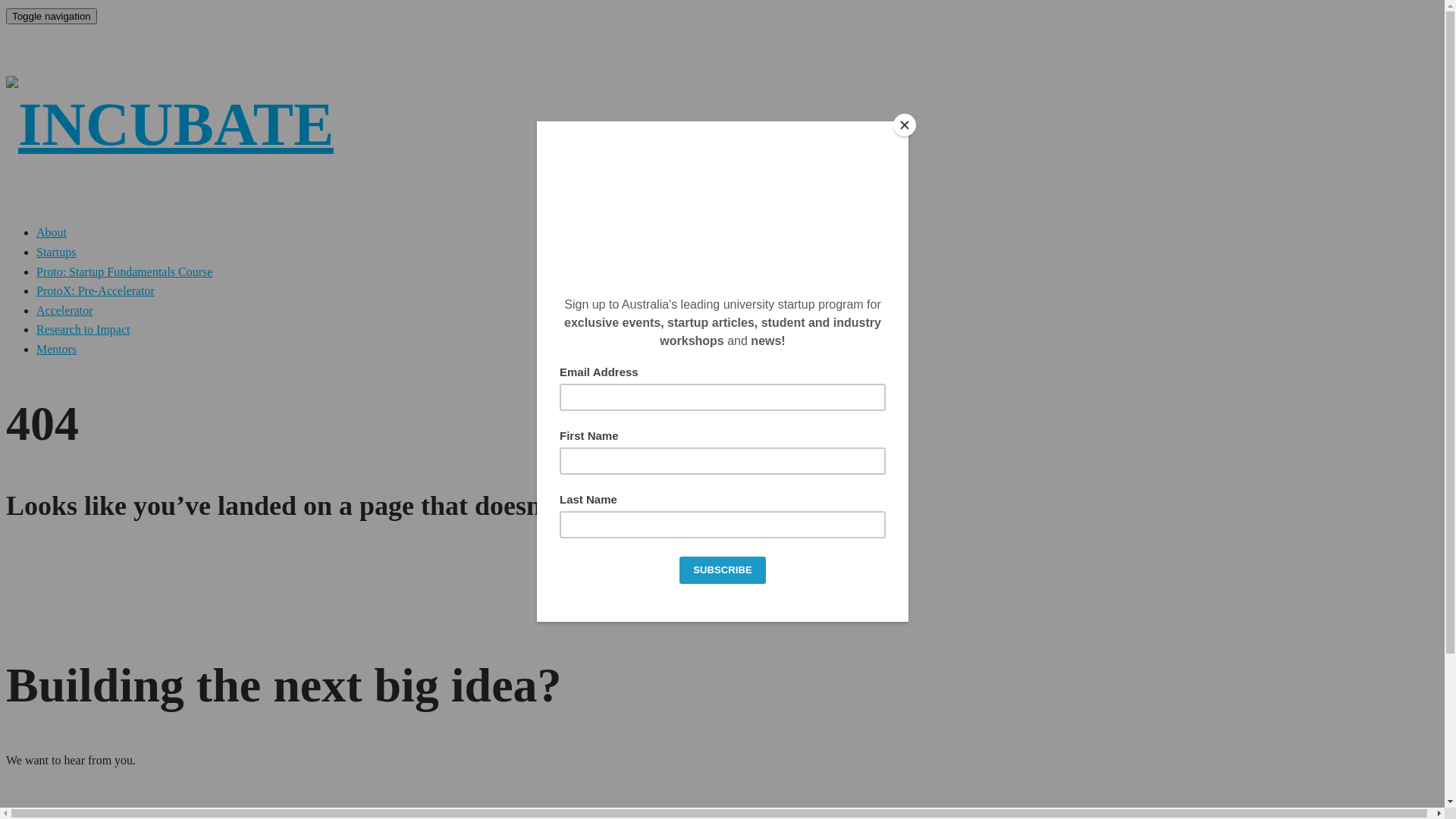 The width and height of the screenshot is (1456, 819). I want to click on 'About', so click(36, 232).